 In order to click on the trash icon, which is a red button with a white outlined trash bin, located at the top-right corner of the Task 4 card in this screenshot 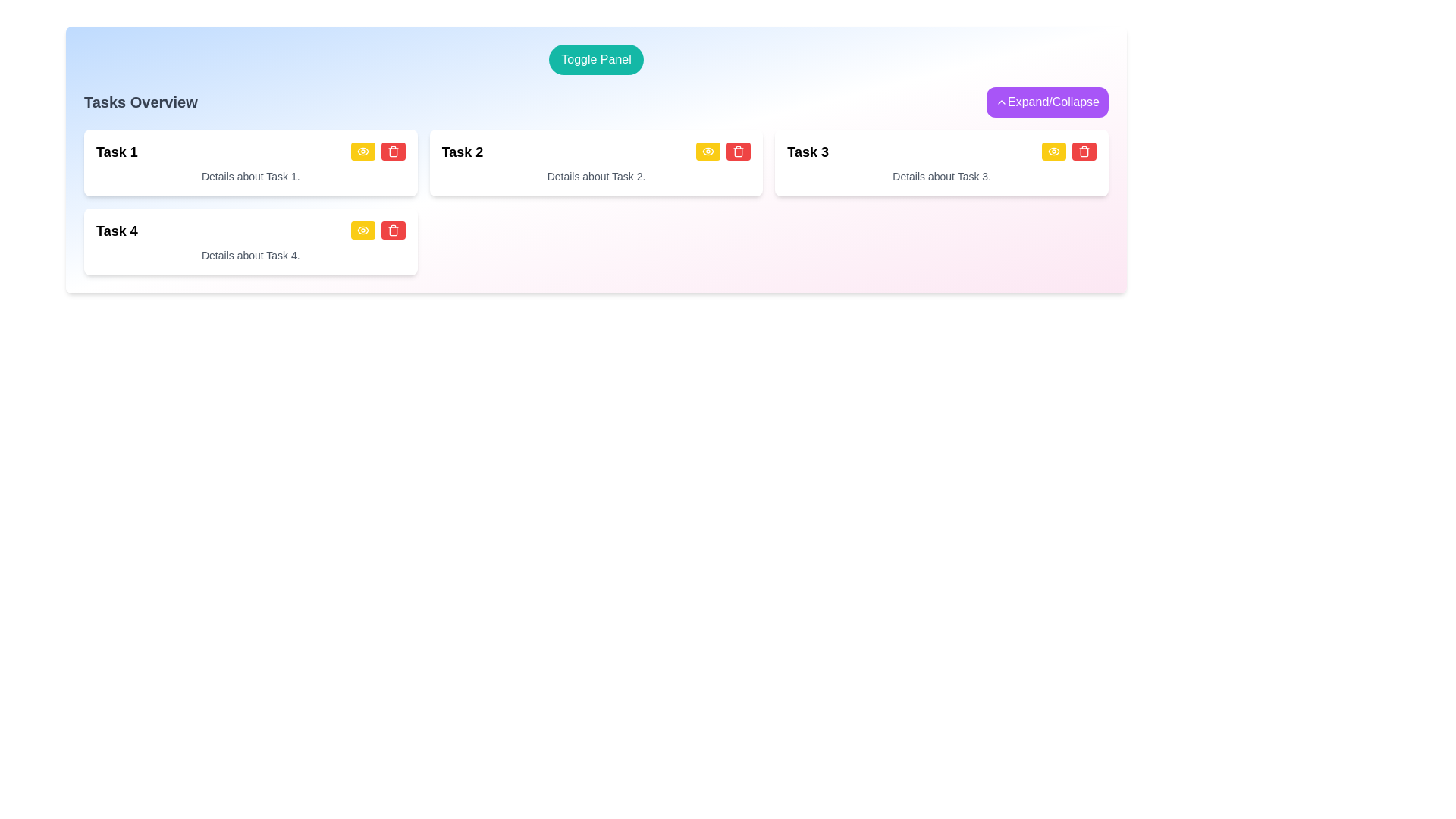, I will do `click(393, 151)`.